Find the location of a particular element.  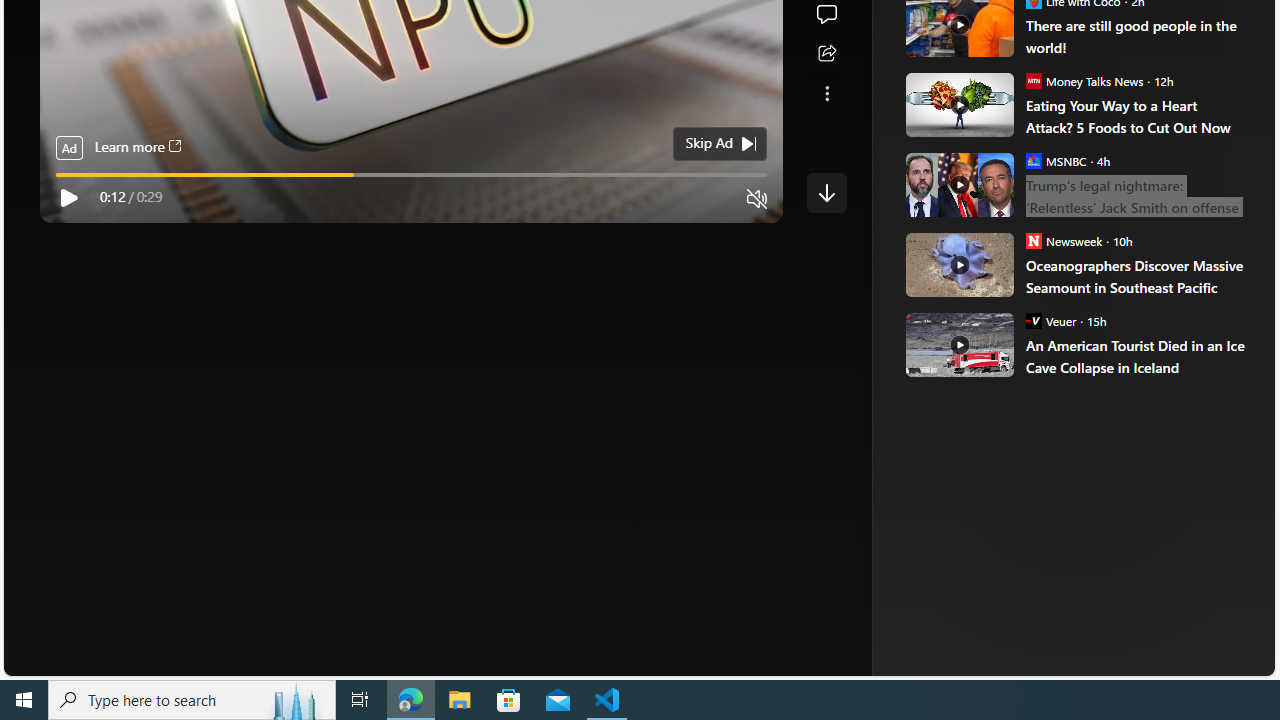

'Money Talks News Money Talks News' is located at coordinates (1083, 79).